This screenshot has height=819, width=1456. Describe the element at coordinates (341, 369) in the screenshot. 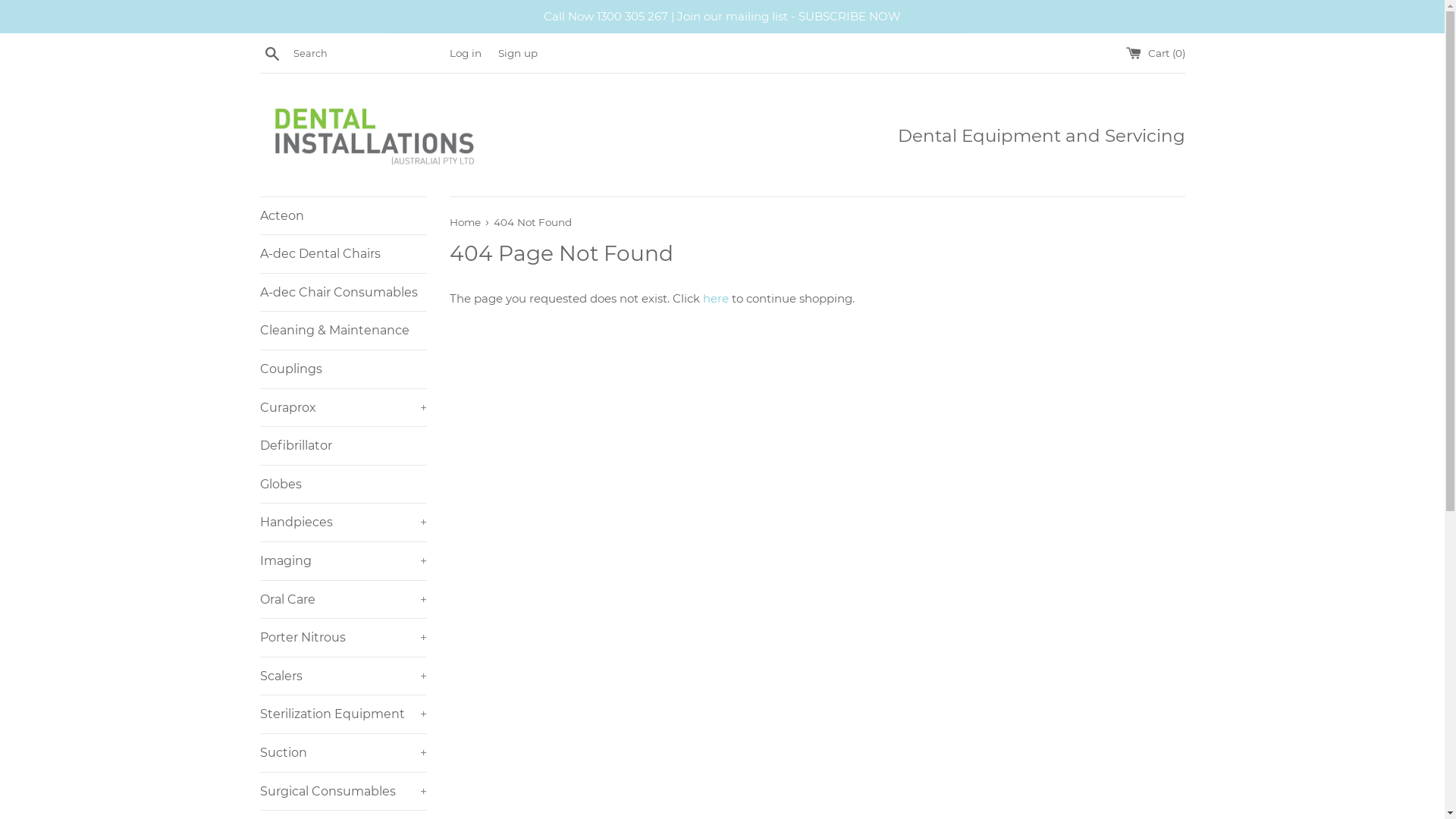

I see `'Couplings'` at that location.